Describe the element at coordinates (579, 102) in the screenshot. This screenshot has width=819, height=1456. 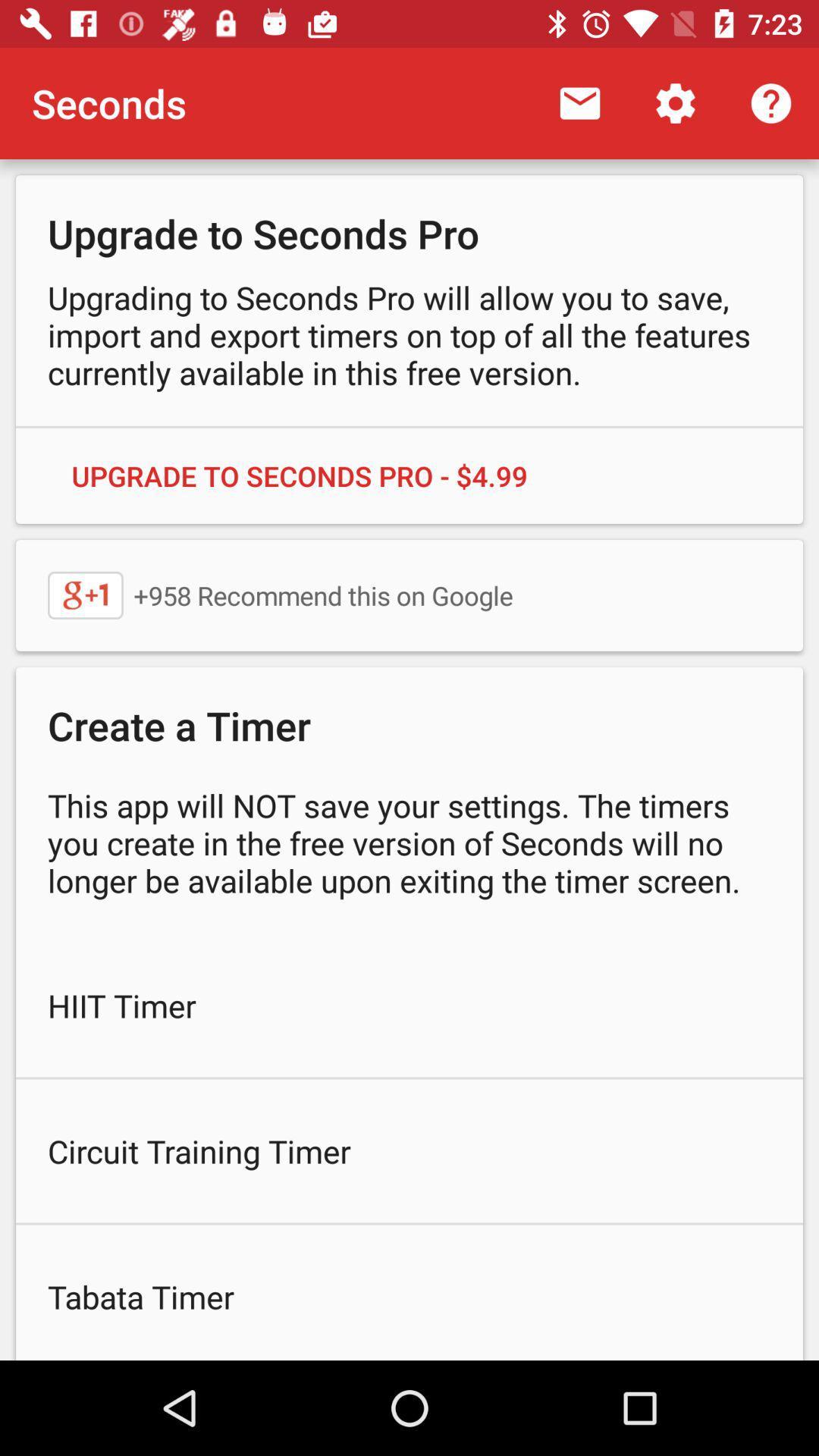
I see `item above upgrade to seconds` at that location.